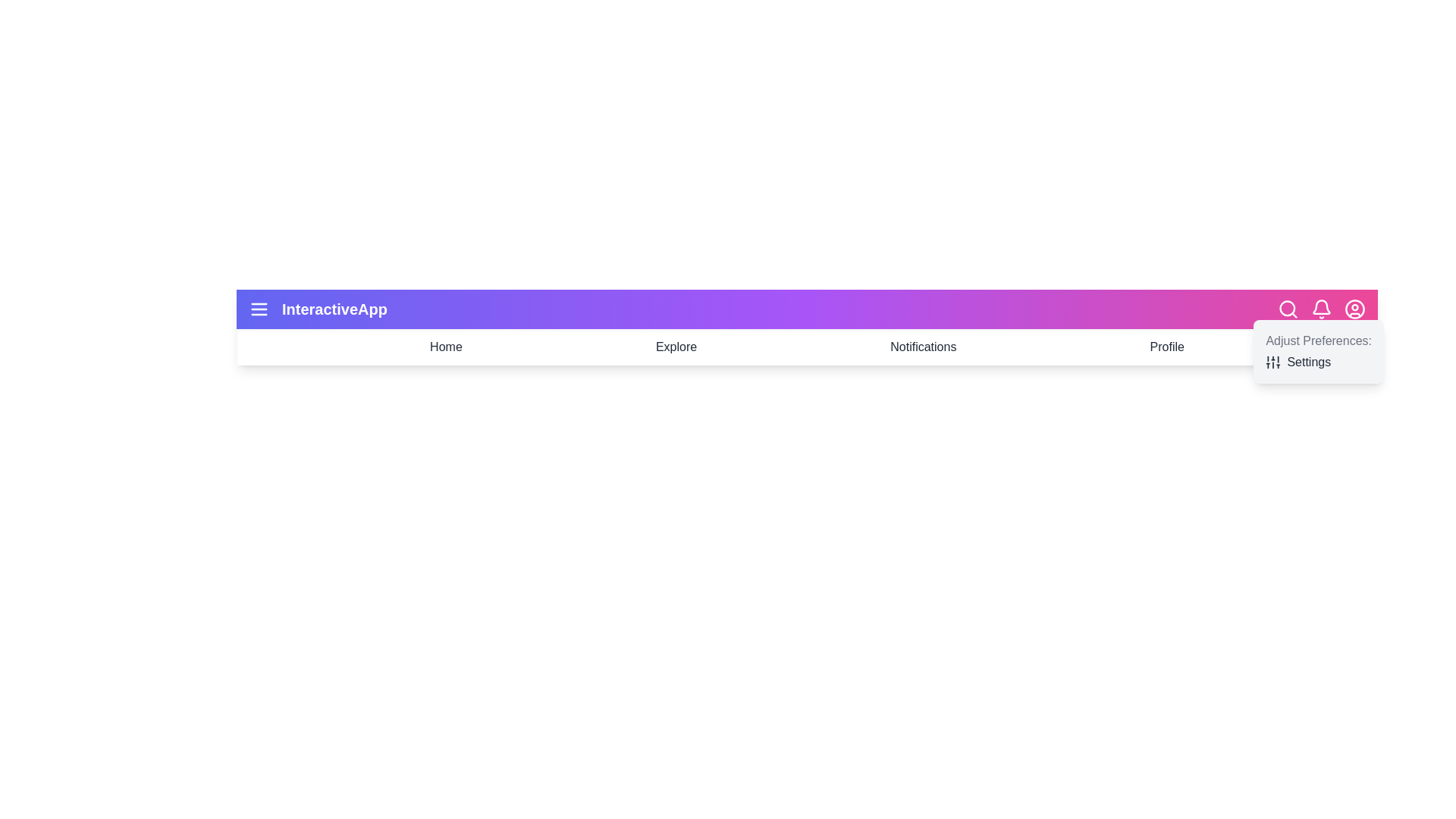 The height and width of the screenshot is (819, 1456). What do you see at coordinates (1320, 309) in the screenshot?
I see `the bell icon to access notification options` at bounding box center [1320, 309].